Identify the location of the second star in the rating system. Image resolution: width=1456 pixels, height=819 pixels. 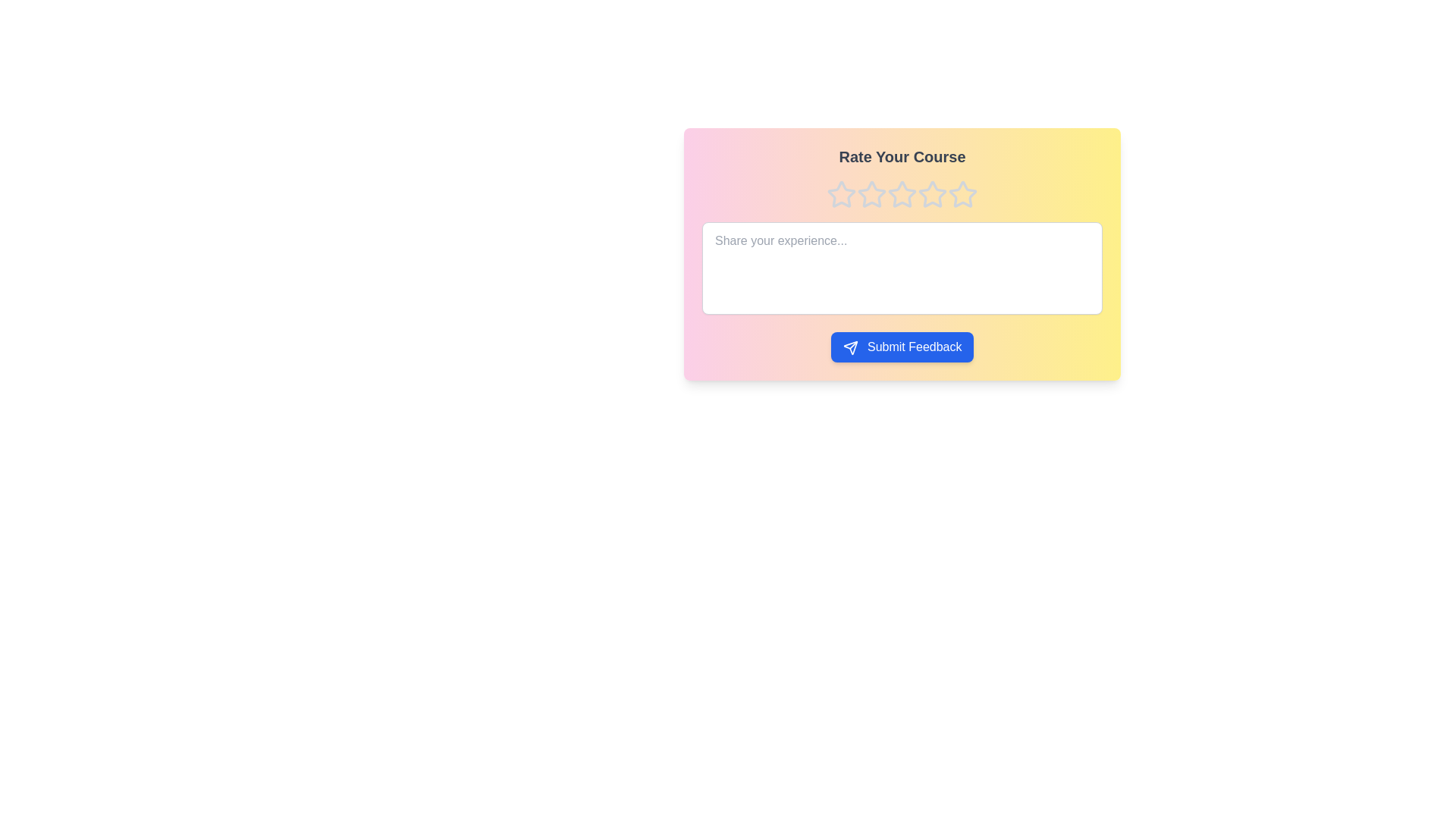
(872, 193).